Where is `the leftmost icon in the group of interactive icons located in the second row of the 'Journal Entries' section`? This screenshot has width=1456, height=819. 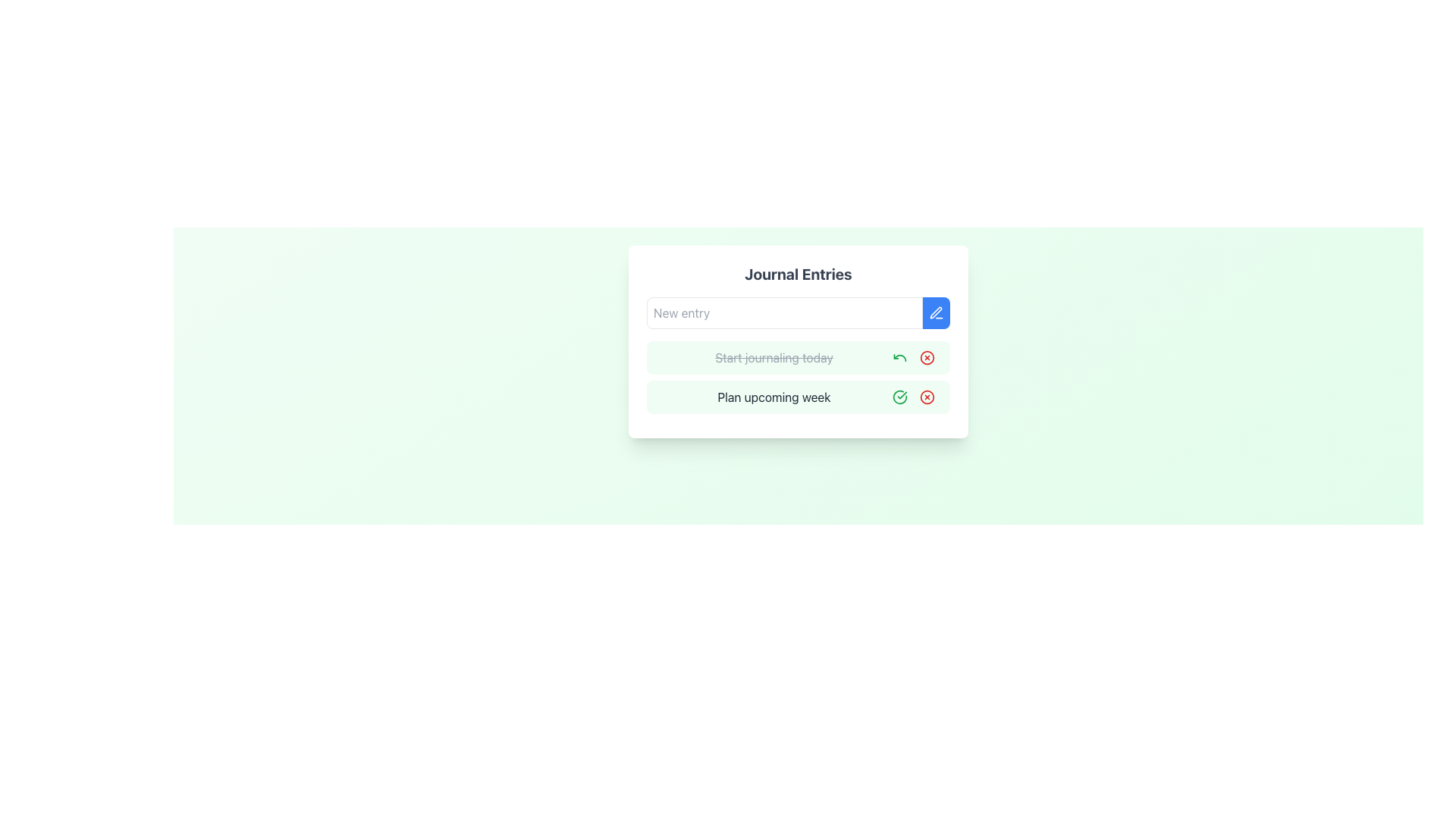
the leftmost icon in the group of interactive icons located in the second row of the 'Journal Entries' section is located at coordinates (899, 397).